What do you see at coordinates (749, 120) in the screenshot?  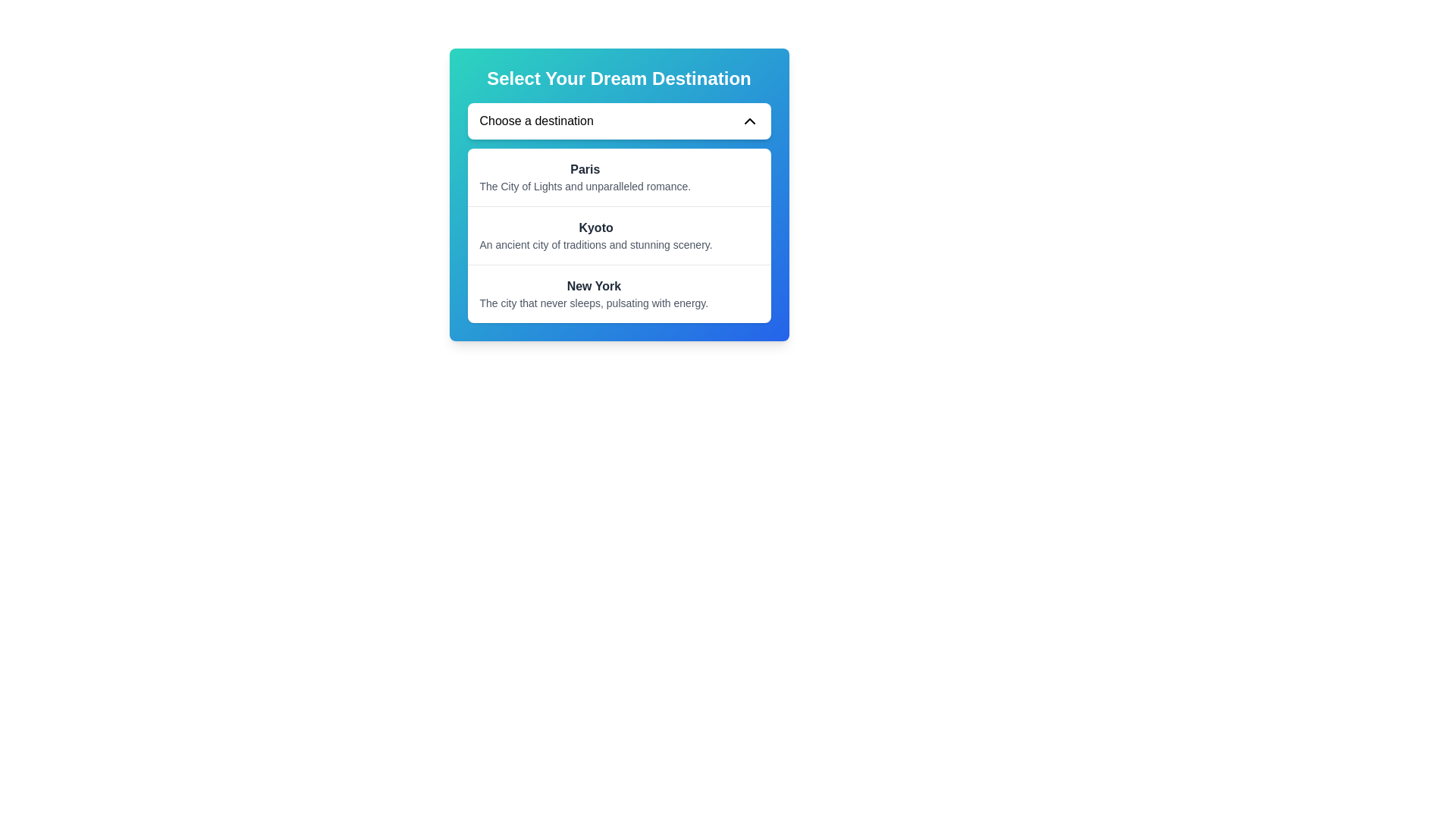 I see `the downward-pointing arrow icon located on the right side of the 'Choose a destination' dropdown` at bounding box center [749, 120].